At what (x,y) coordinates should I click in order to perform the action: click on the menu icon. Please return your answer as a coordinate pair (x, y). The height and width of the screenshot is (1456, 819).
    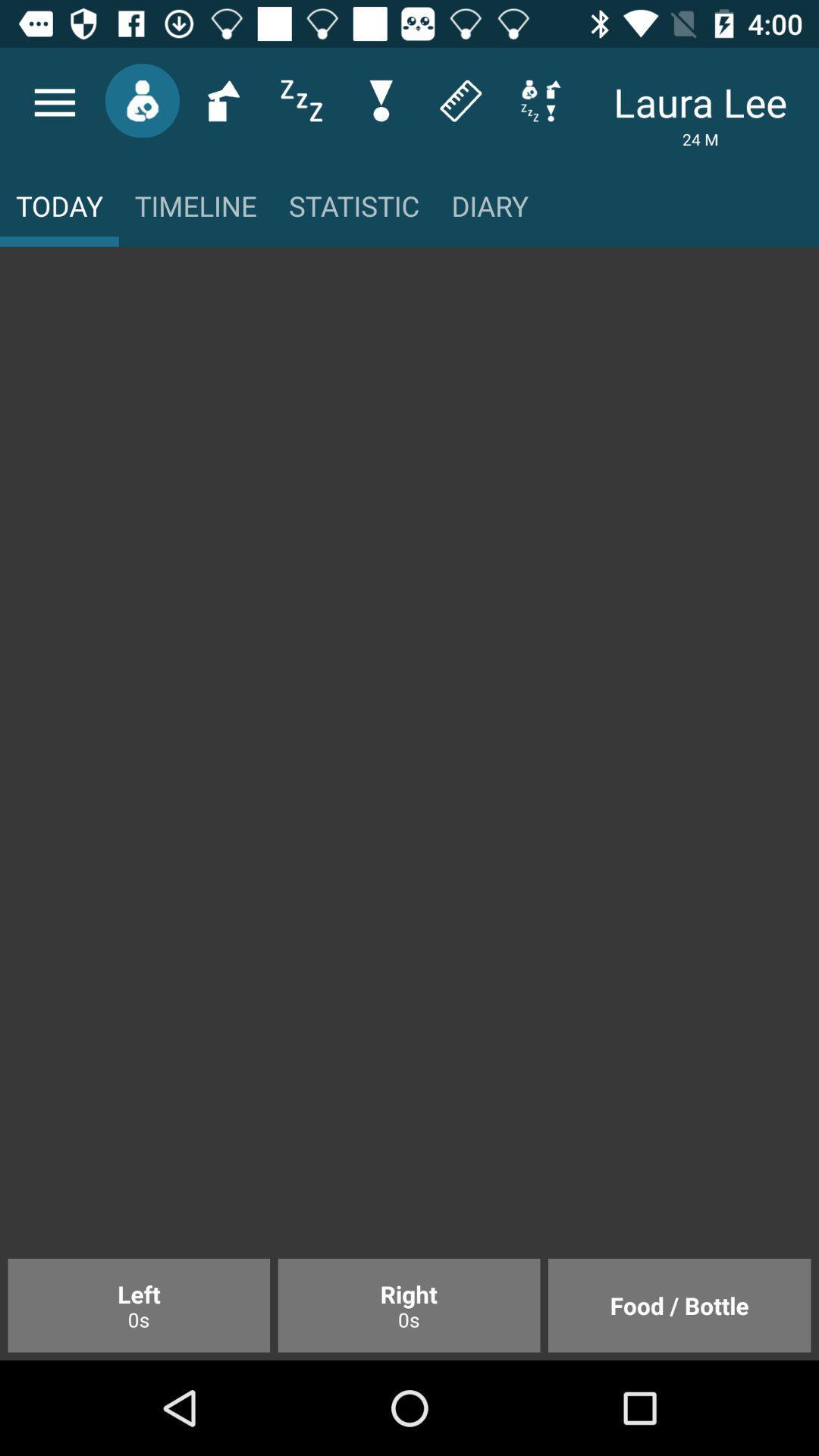
    Looking at the image, I should click on (54, 102).